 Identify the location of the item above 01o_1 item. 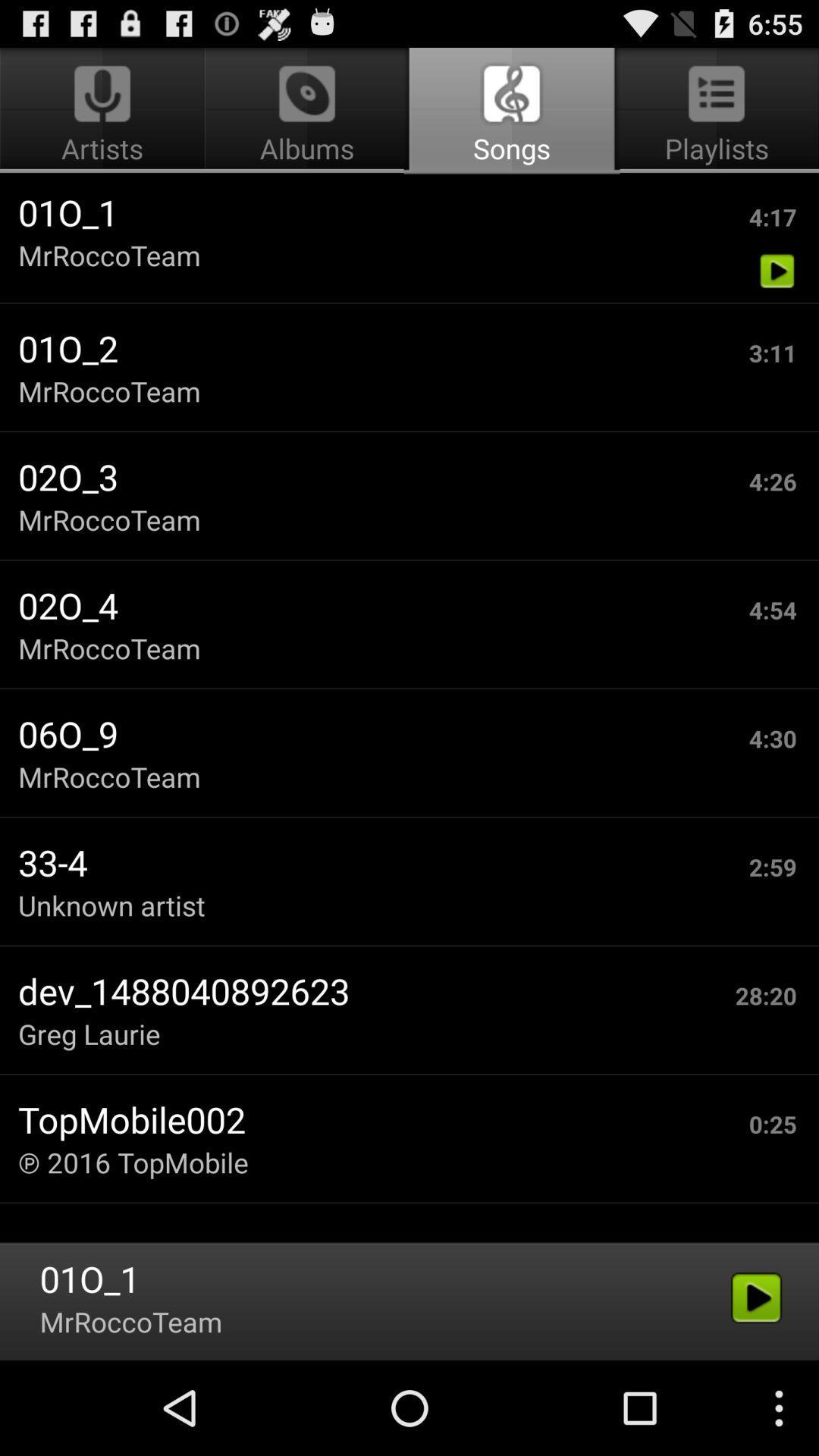
(307, 111).